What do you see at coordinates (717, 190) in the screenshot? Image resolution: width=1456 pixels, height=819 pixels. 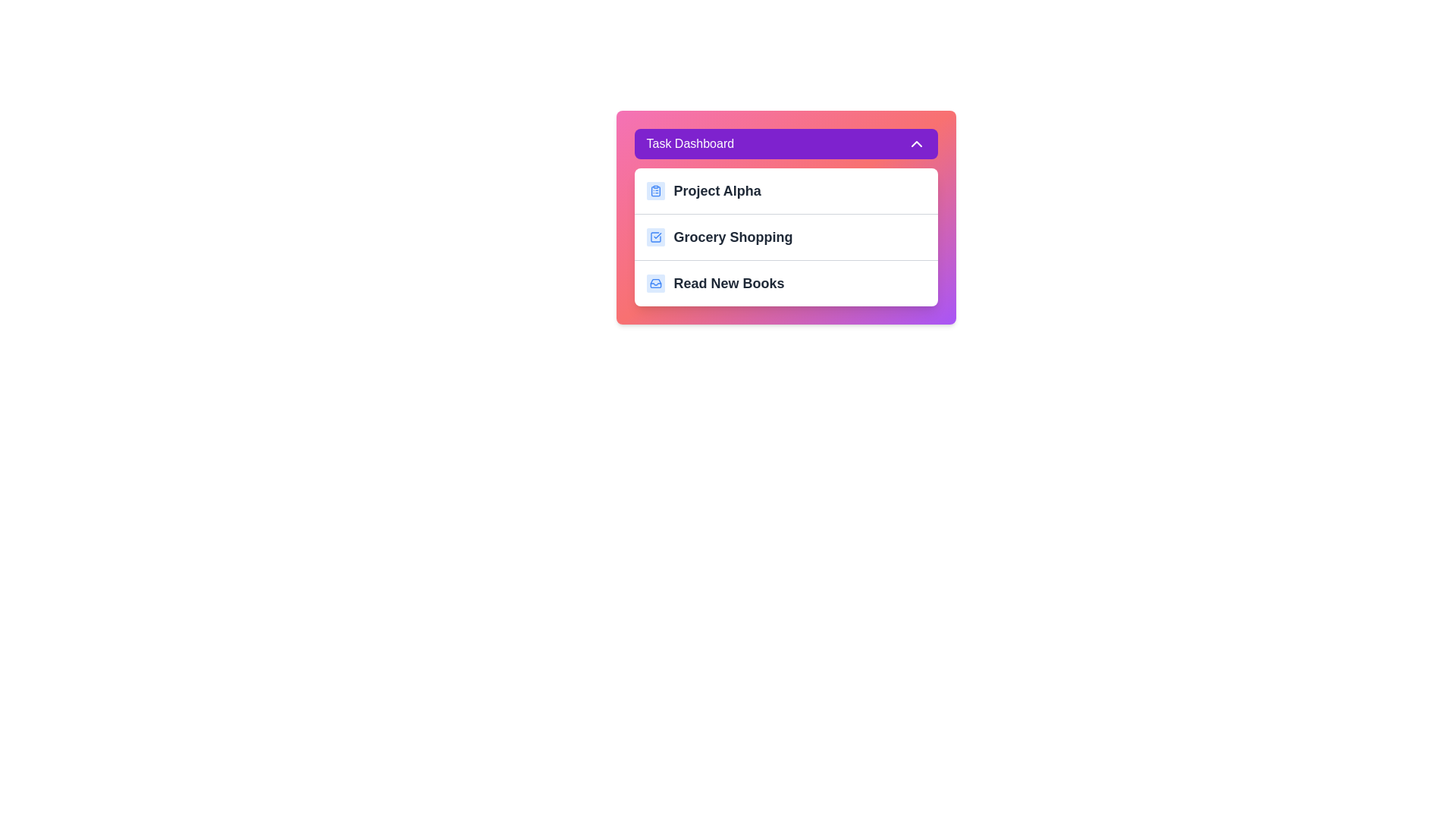 I see `the 'Project Alpha' text label, which is the first item` at bounding box center [717, 190].